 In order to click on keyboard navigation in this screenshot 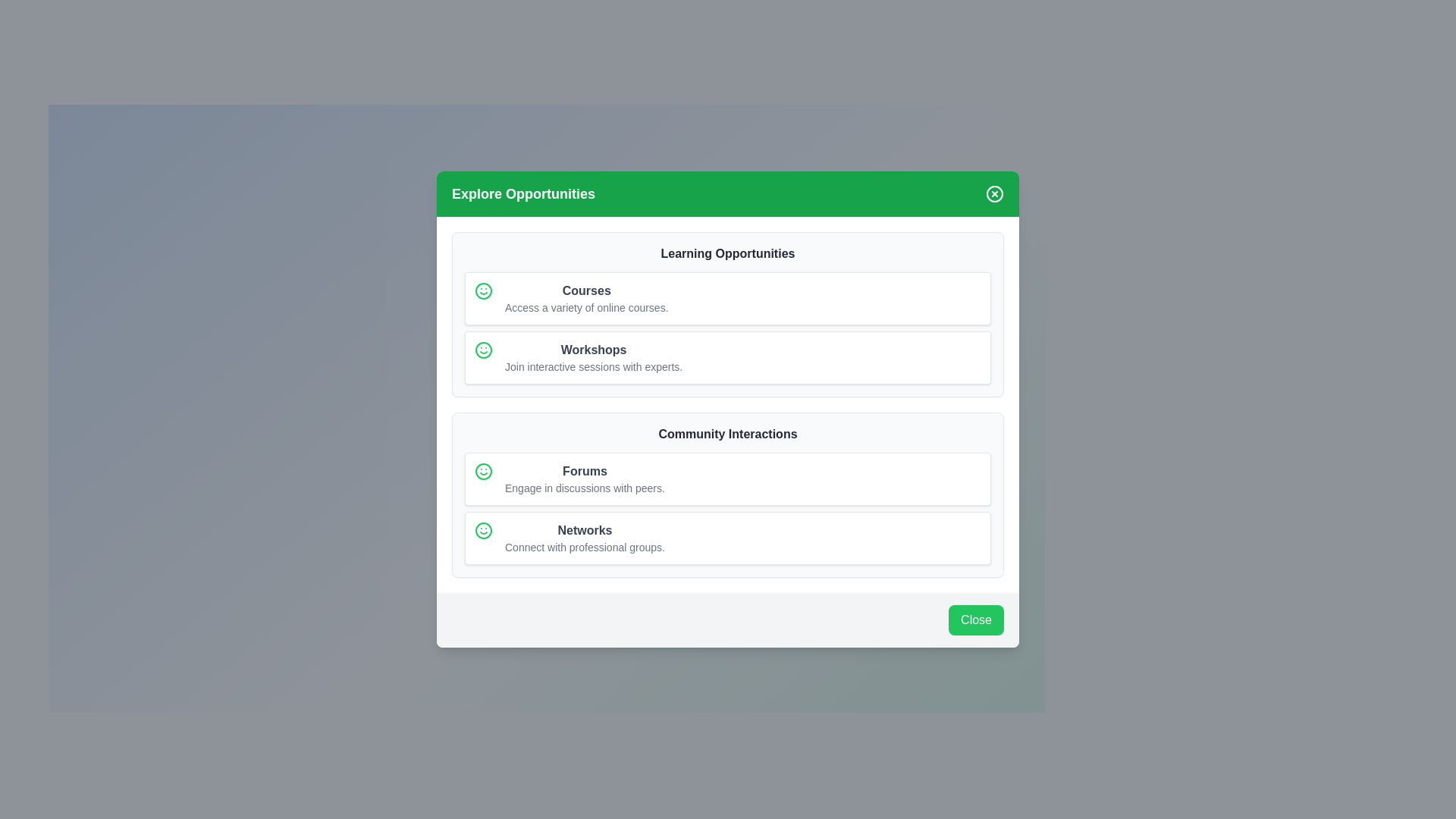, I will do `click(994, 193)`.